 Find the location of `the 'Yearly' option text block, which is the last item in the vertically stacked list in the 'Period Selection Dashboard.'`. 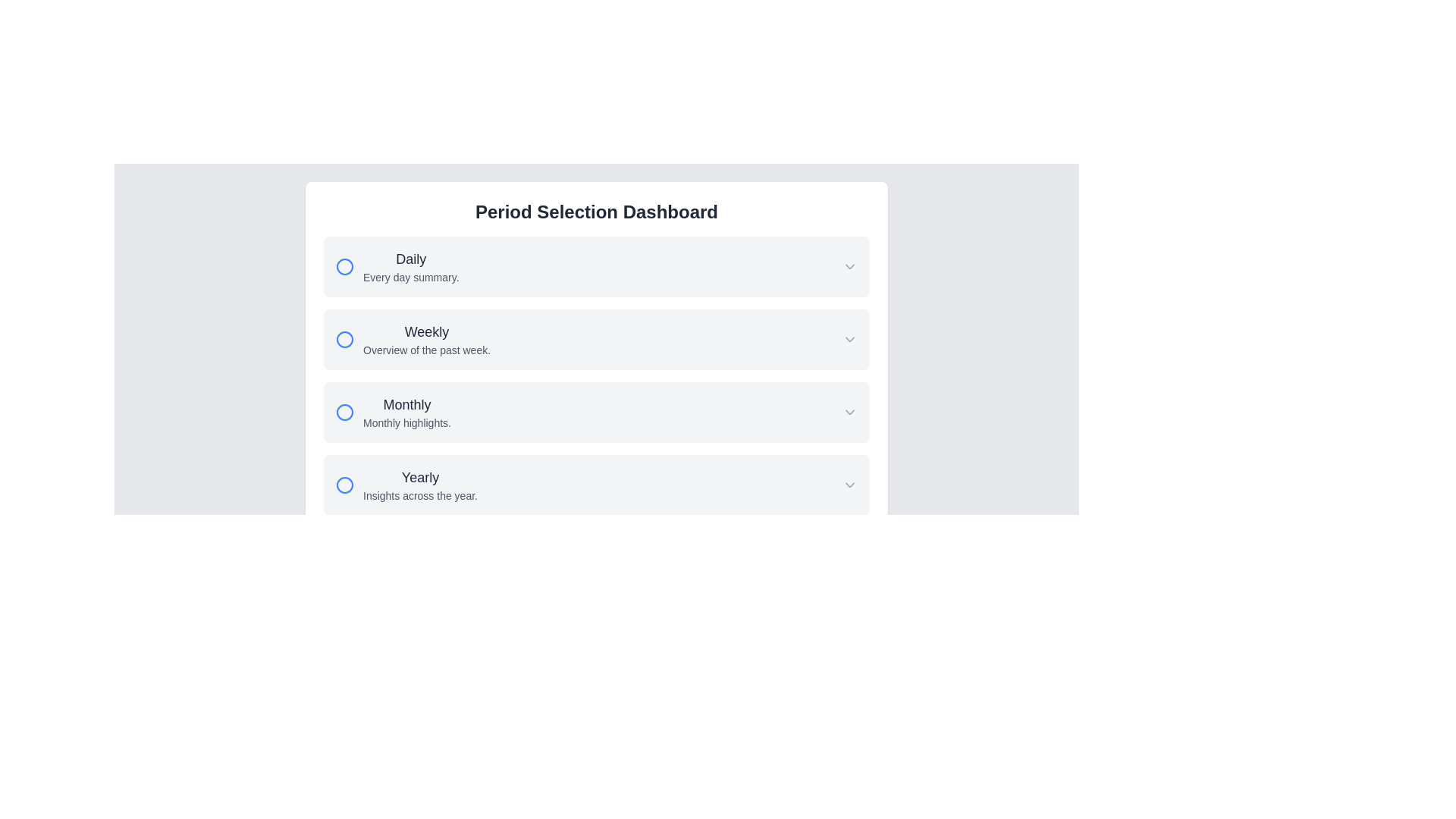

the 'Yearly' option text block, which is the last item in the vertically stacked list in the 'Period Selection Dashboard.' is located at coordinates (420, 485).